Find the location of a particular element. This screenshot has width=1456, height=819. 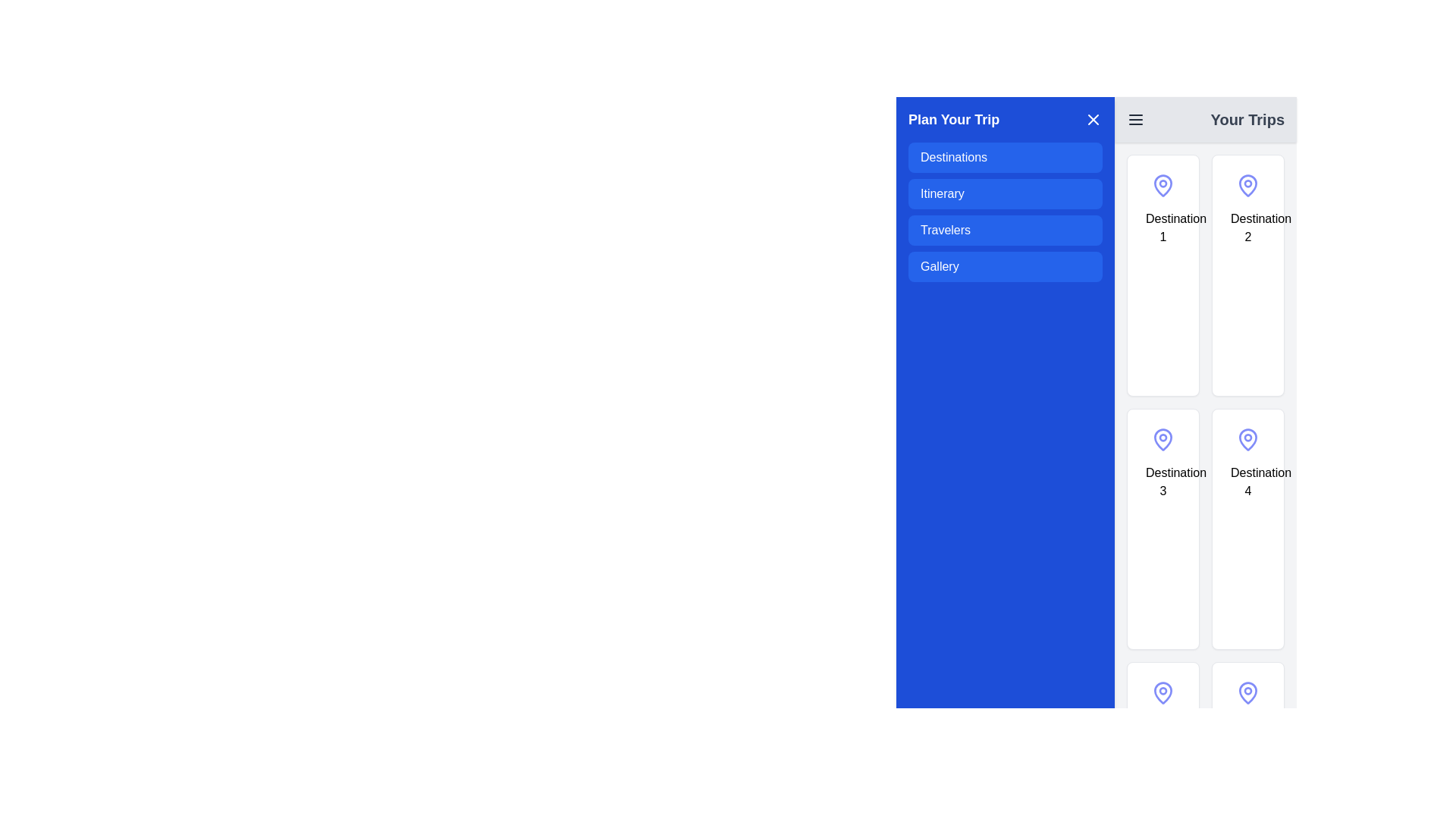

the pin-shaped icon with a hollow center circle, styled in indigo, located above the text 'Destination 1' in the 'Your Trips' section is located at coordinates (1163, 185).